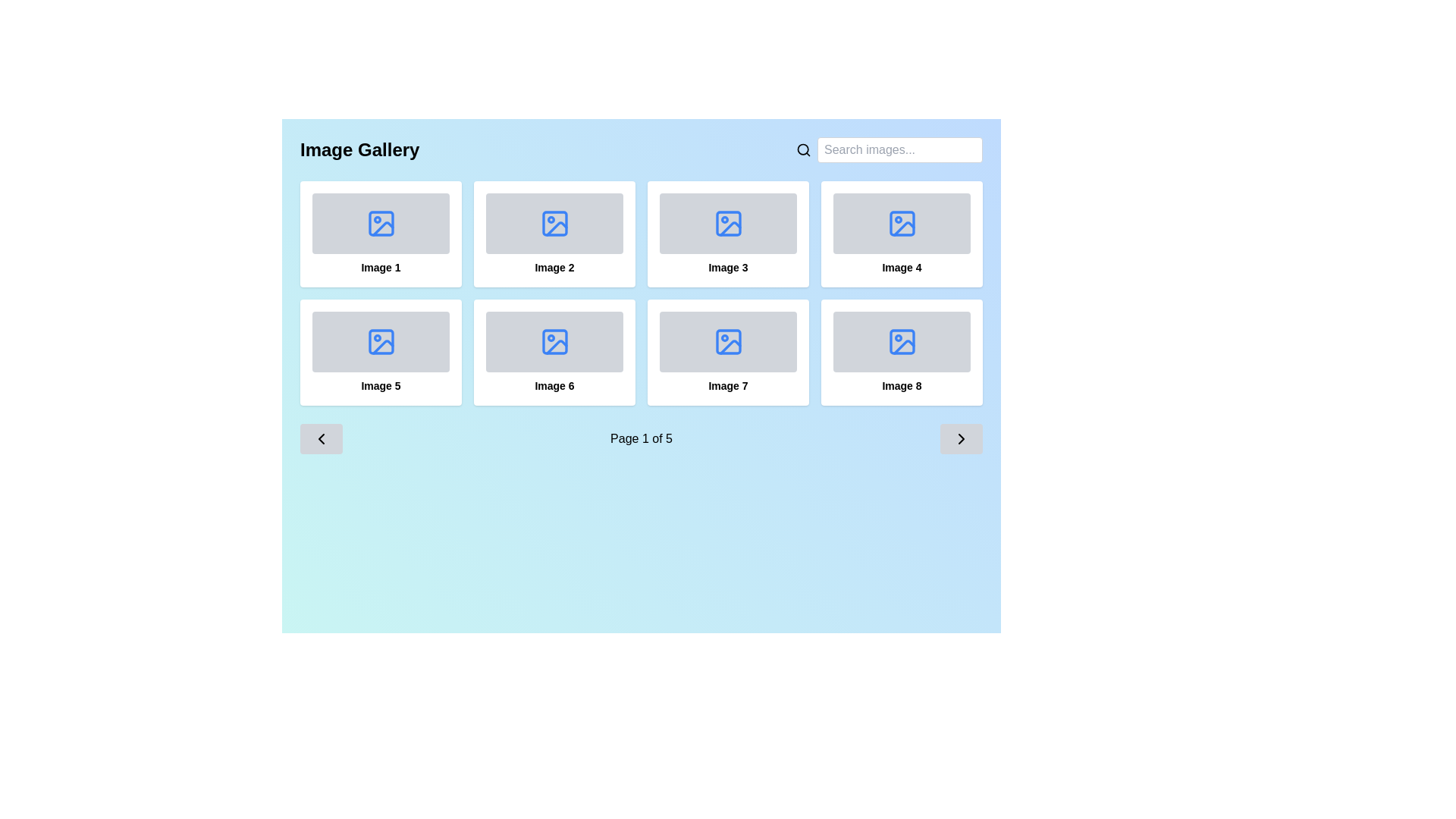  Describe the element at coordinates (381, 342) in the screenshot. I see `the blue SVG icon representing an image placeholder located in the second row and first column of the image gallery grid` at that location.